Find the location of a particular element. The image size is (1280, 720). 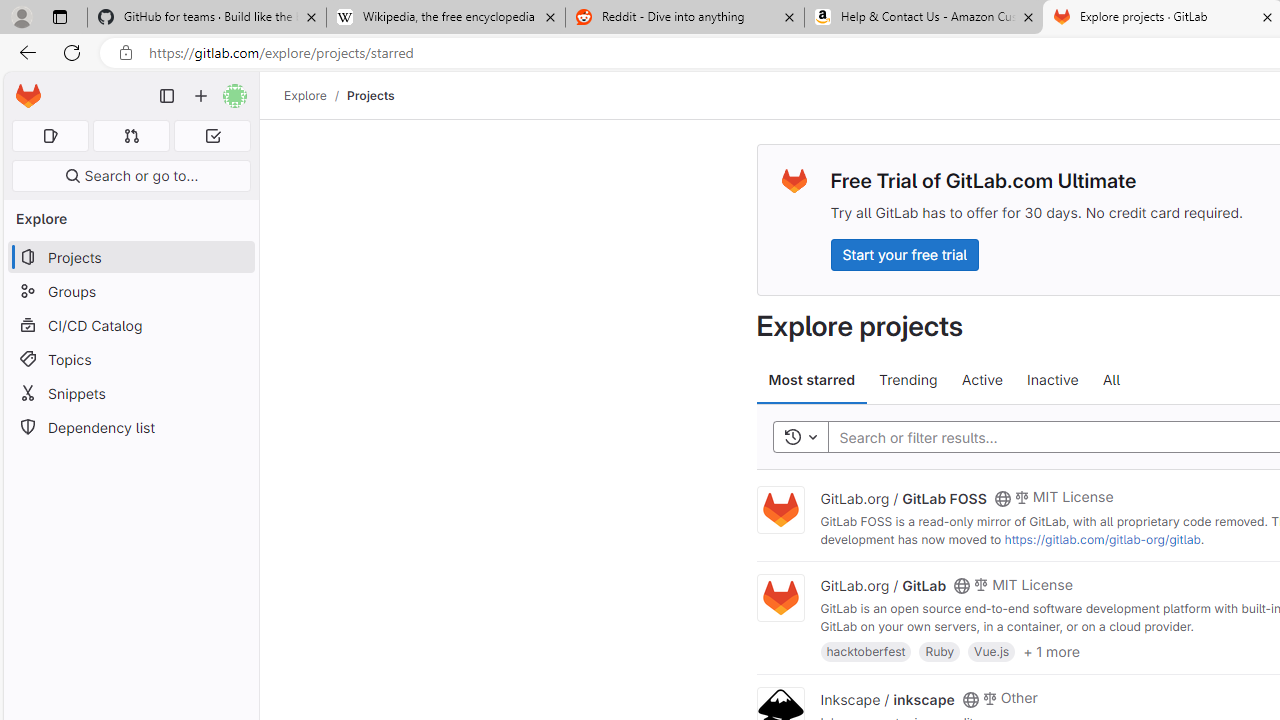

'Ruby' is located at coordinates (939, 651).